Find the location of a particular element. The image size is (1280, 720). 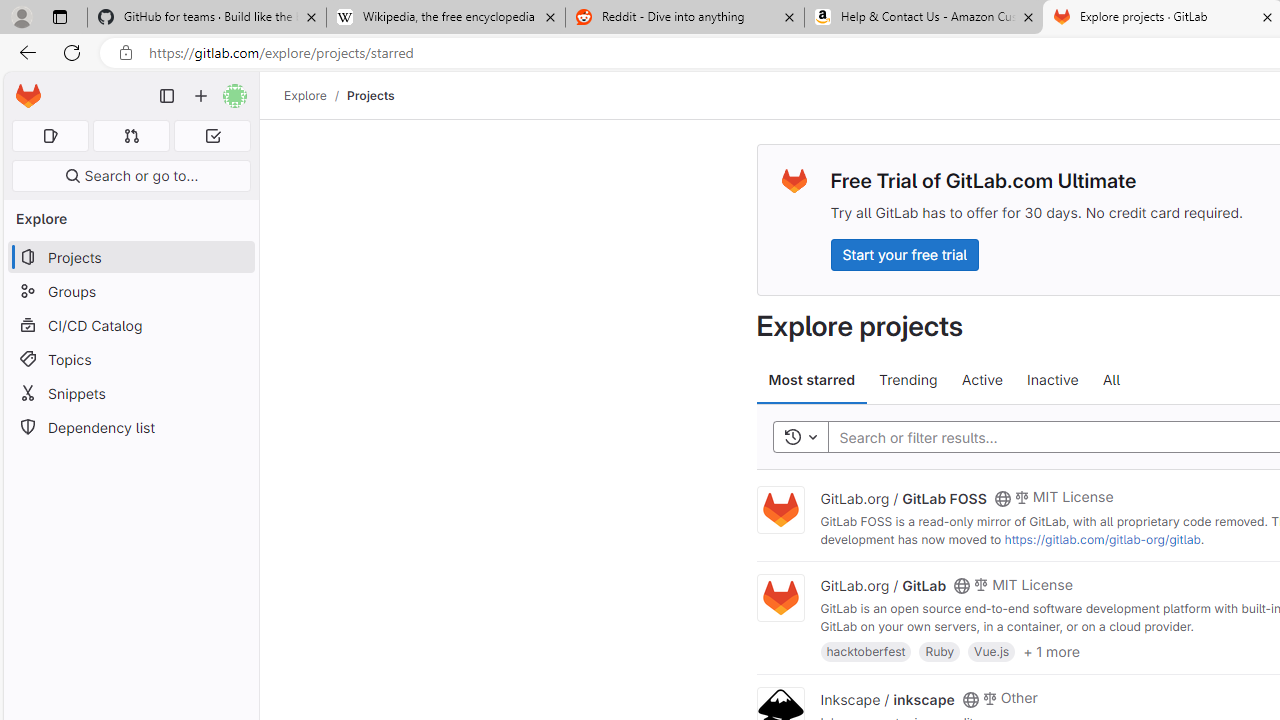

'Ruby' is located at coordinates (939, 651).